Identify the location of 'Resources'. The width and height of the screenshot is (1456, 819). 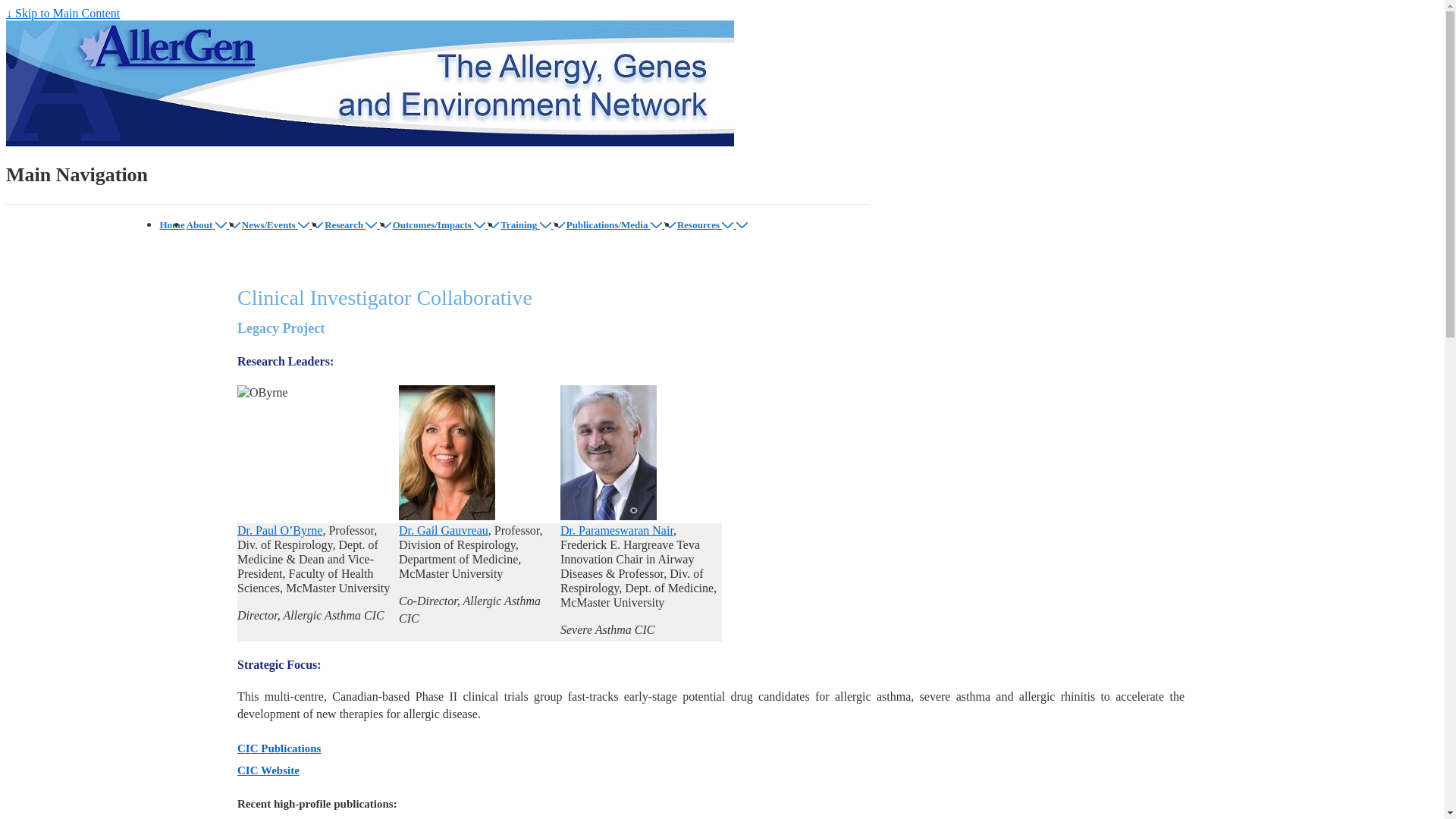
(676, 224).